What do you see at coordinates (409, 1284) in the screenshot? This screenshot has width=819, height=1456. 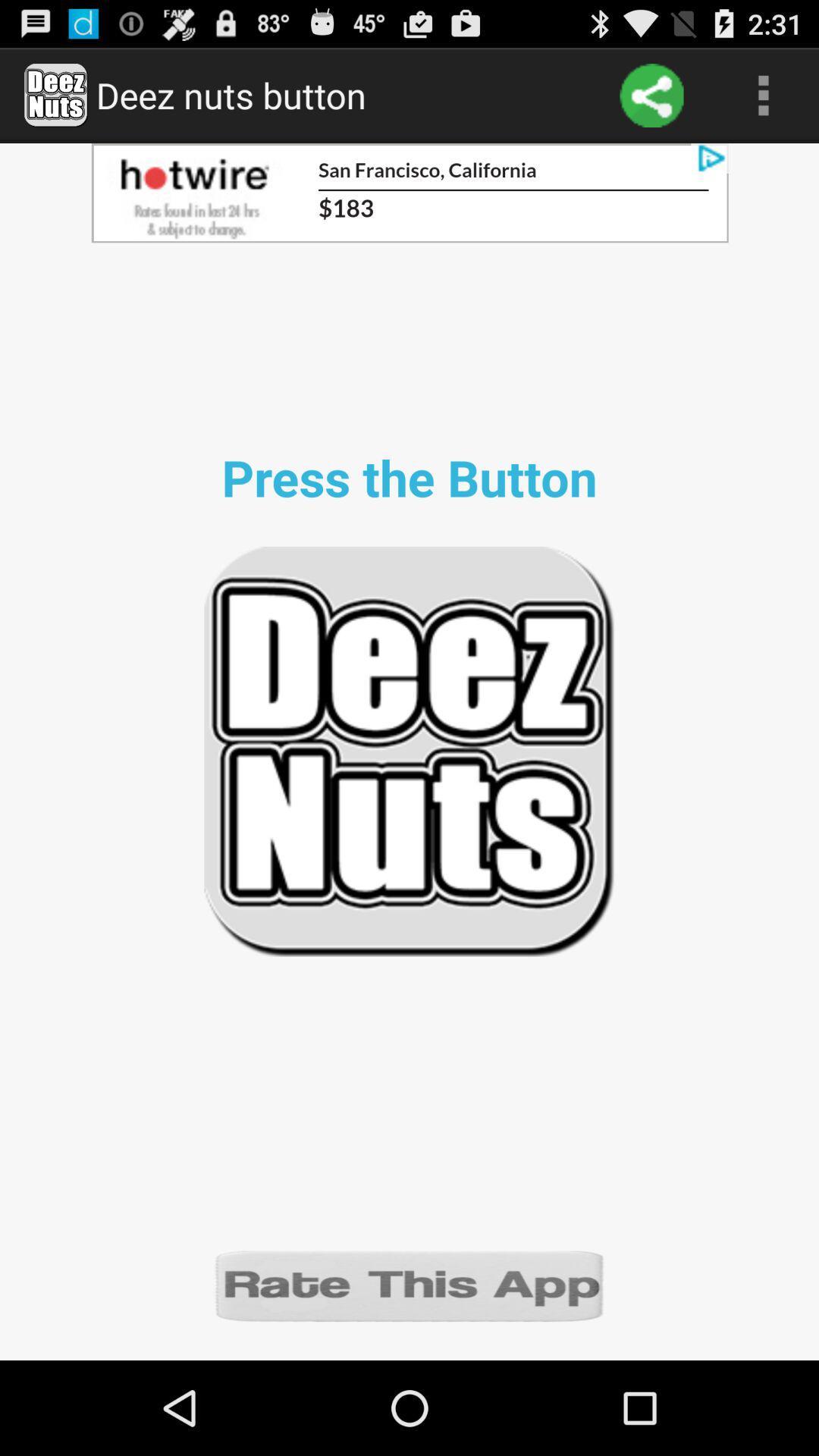 I see `rate the app` at bounding box center [409, 1284].